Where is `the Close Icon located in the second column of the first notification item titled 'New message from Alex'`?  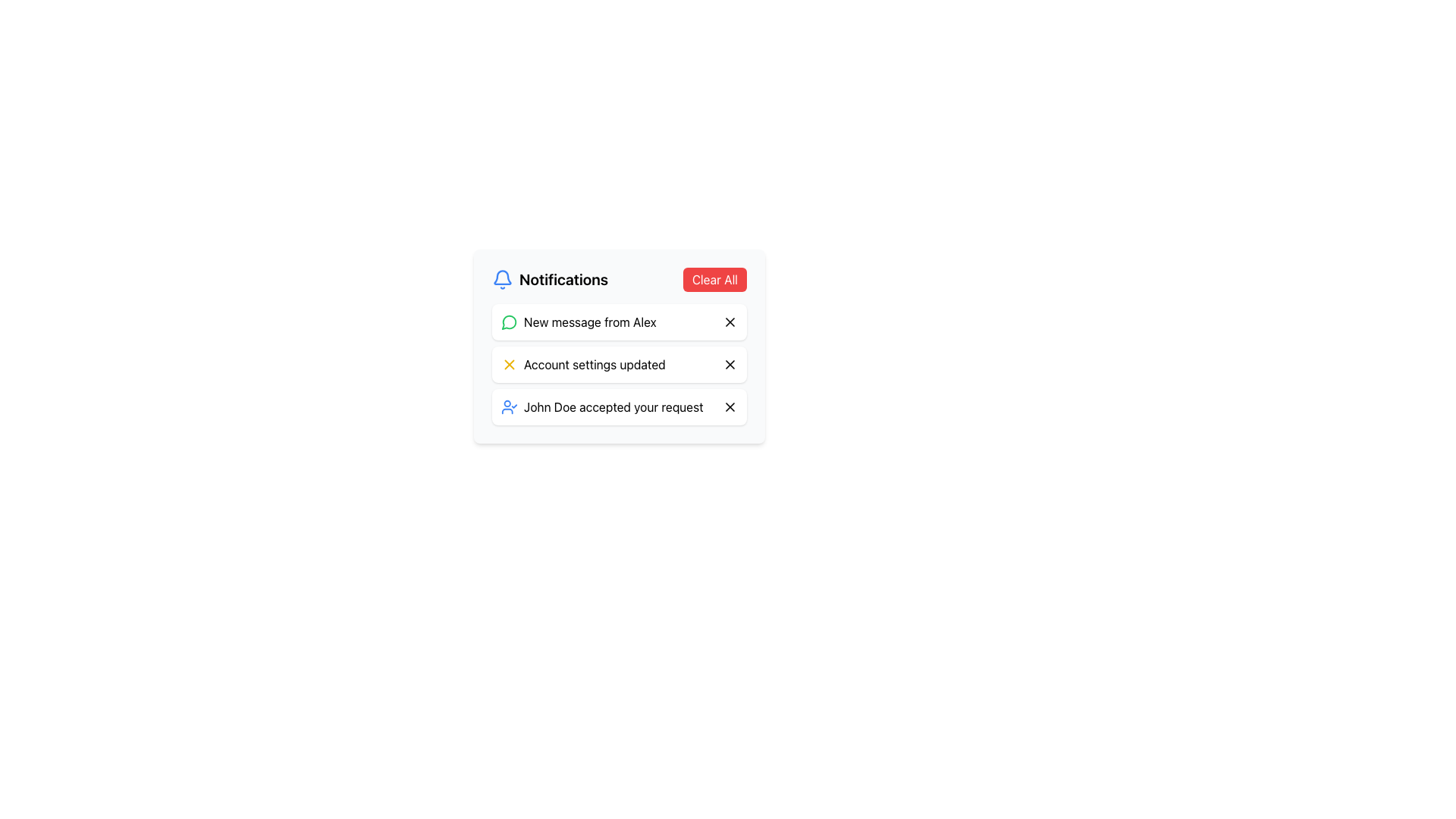
the Close Icon located in the second column of the first notification item titled 'New message from Alex' is located at coordinates (730, 321).